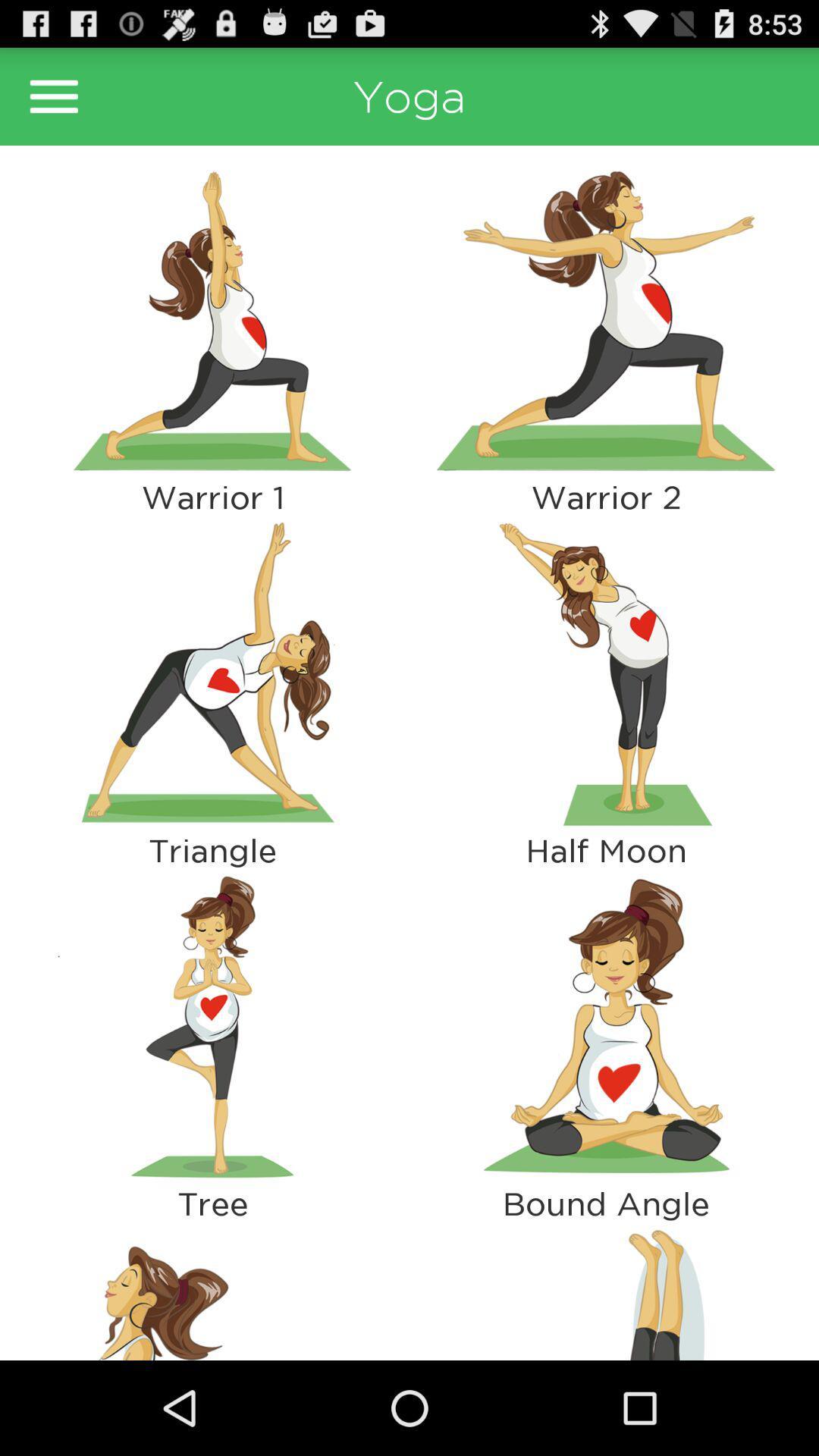  I want to click on see pose, so click(605, 673).